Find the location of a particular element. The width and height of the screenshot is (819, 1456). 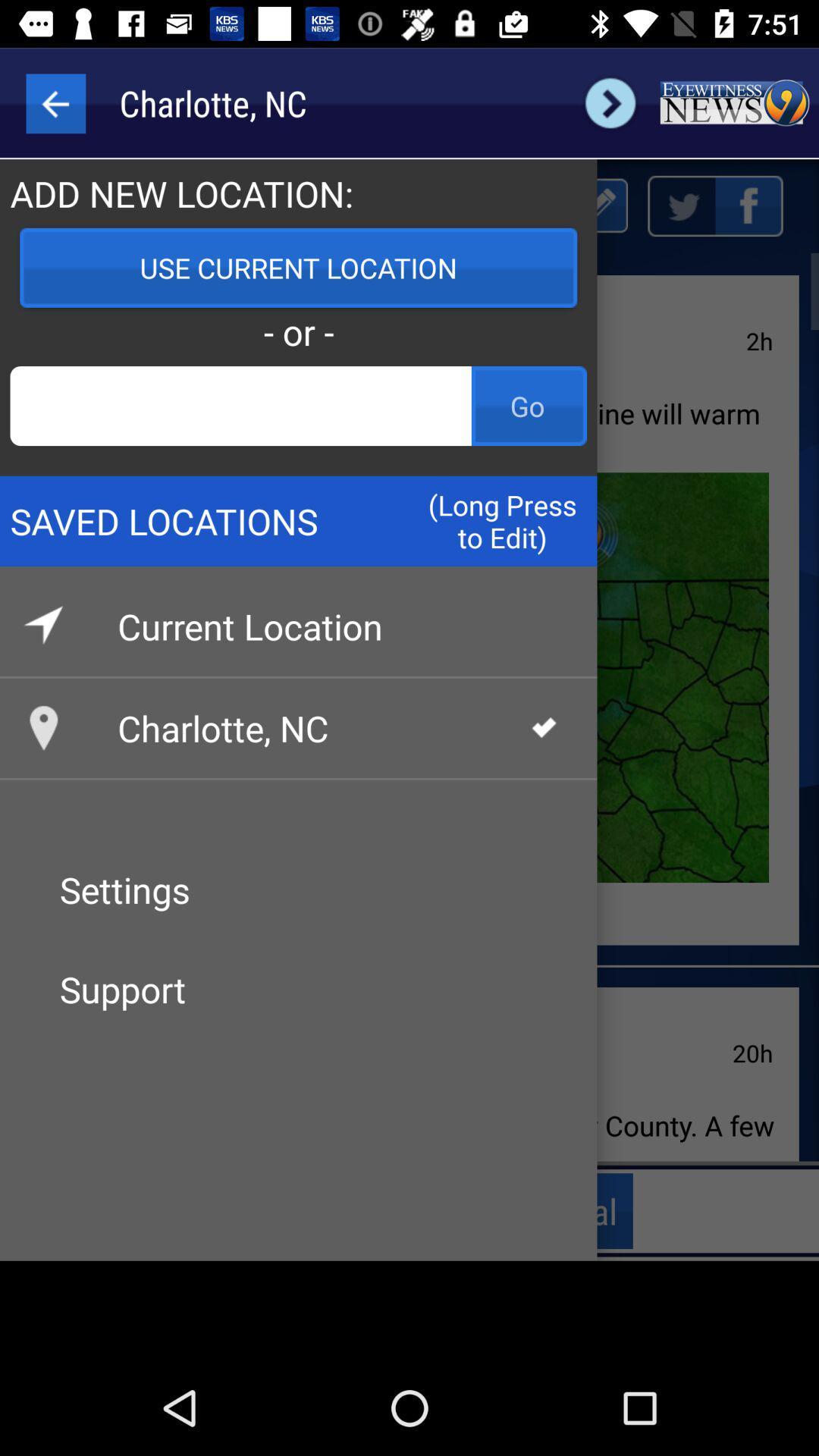

the arrow_forward icon is located at coordinates (610, 102).